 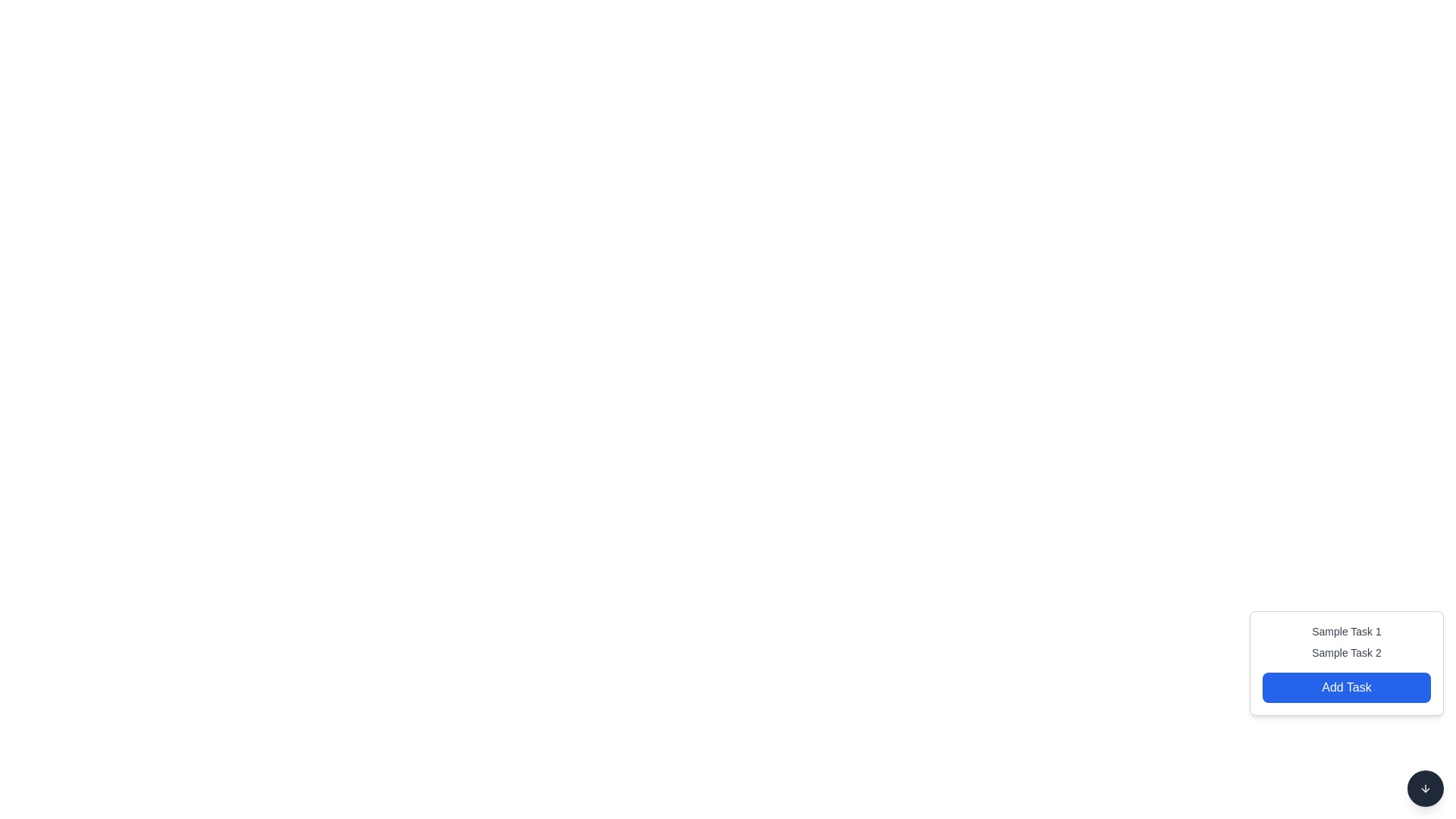 I want to click on the blue rectangular button with rounded corners labeled 'Add Task' to trigger the hover effect, so click(x=1347, y=687).